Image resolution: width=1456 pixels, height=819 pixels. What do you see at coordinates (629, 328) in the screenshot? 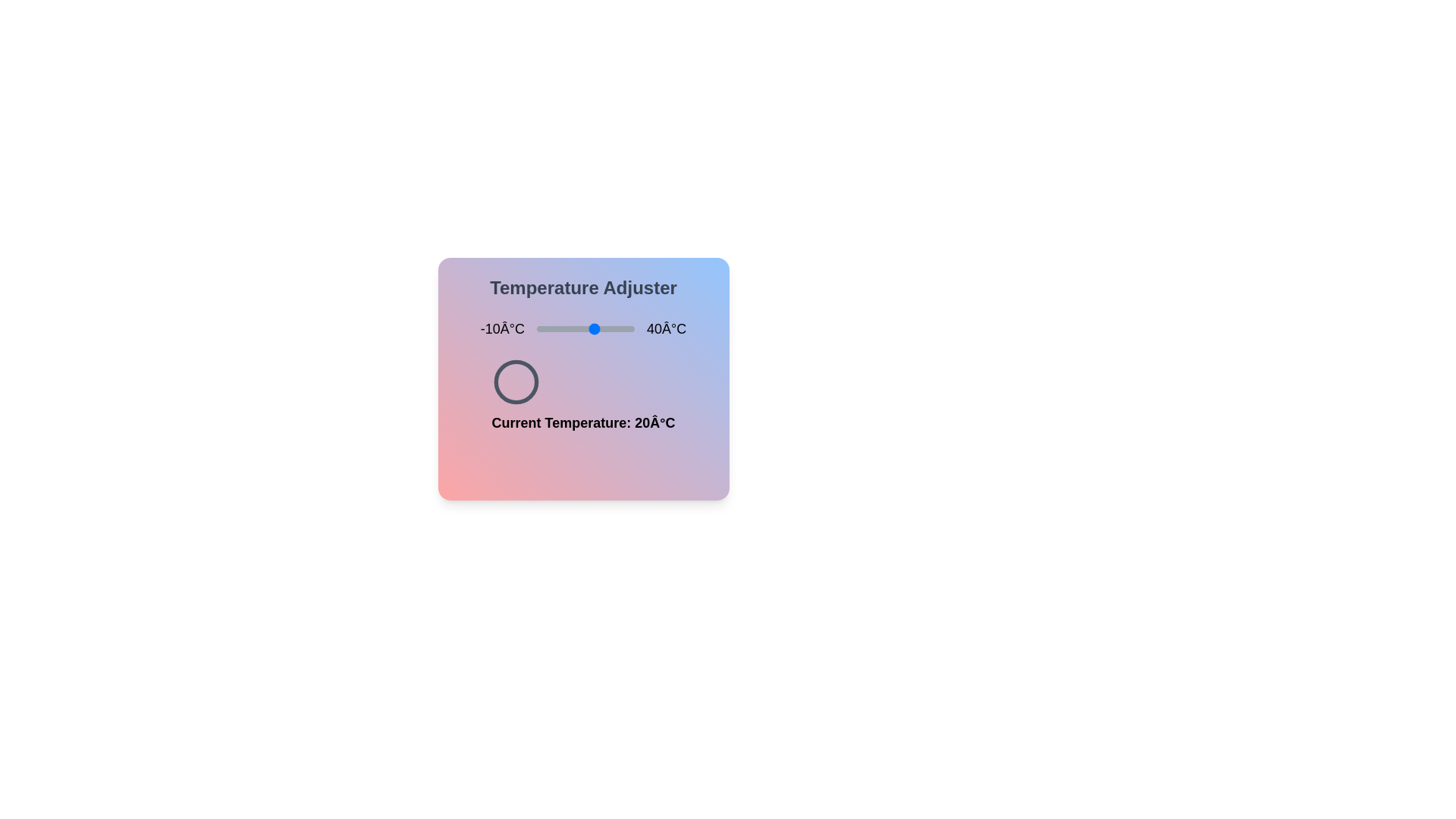
I see `the temperature slider to 37°C` at bounding box center [629, 328].